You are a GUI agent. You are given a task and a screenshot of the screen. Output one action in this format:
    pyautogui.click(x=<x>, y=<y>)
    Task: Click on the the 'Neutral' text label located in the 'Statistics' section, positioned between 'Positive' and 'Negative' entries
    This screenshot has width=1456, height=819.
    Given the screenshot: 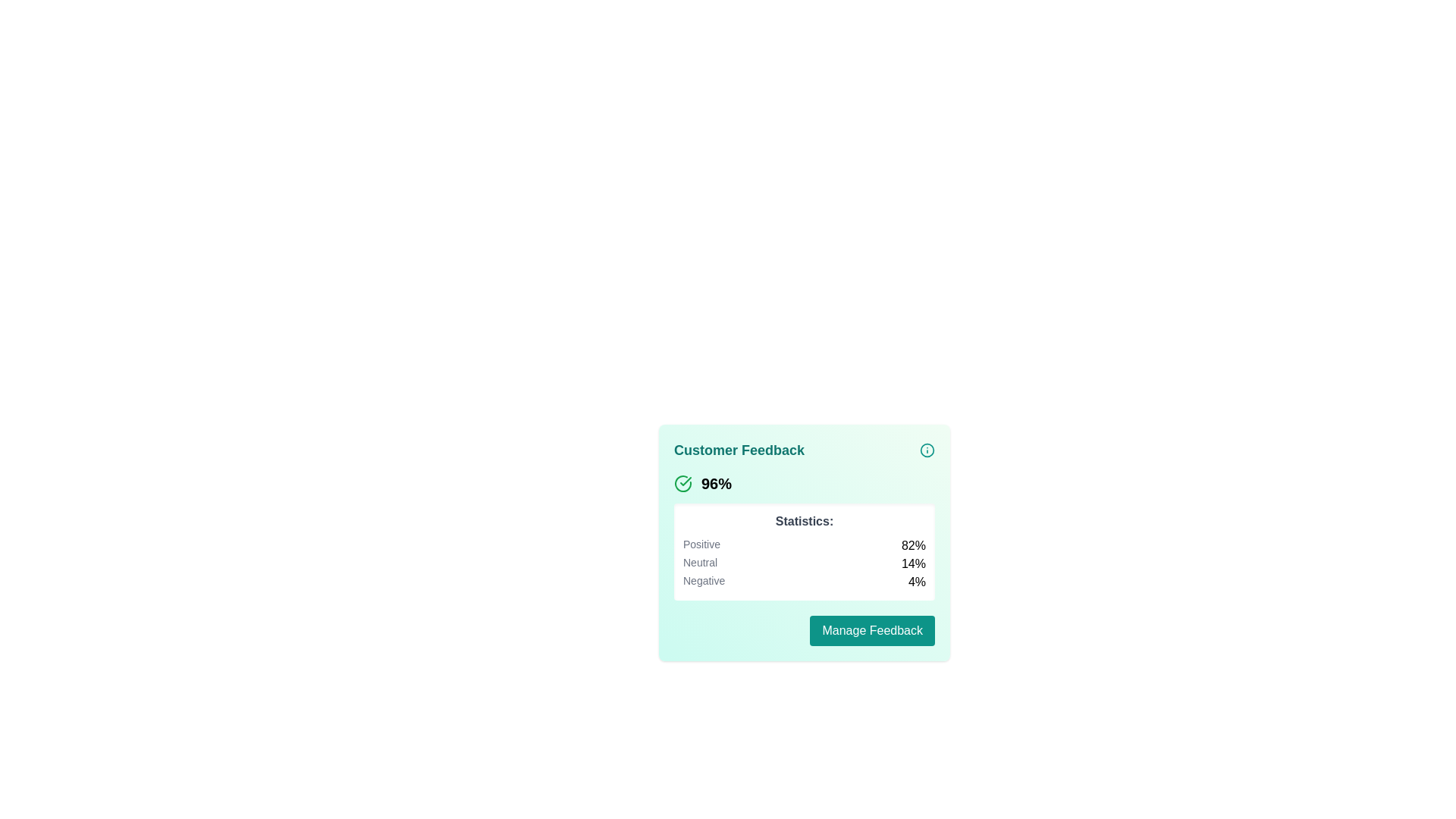 What is the action you would take?
    pyautogui.click(x=699, y=564)
    